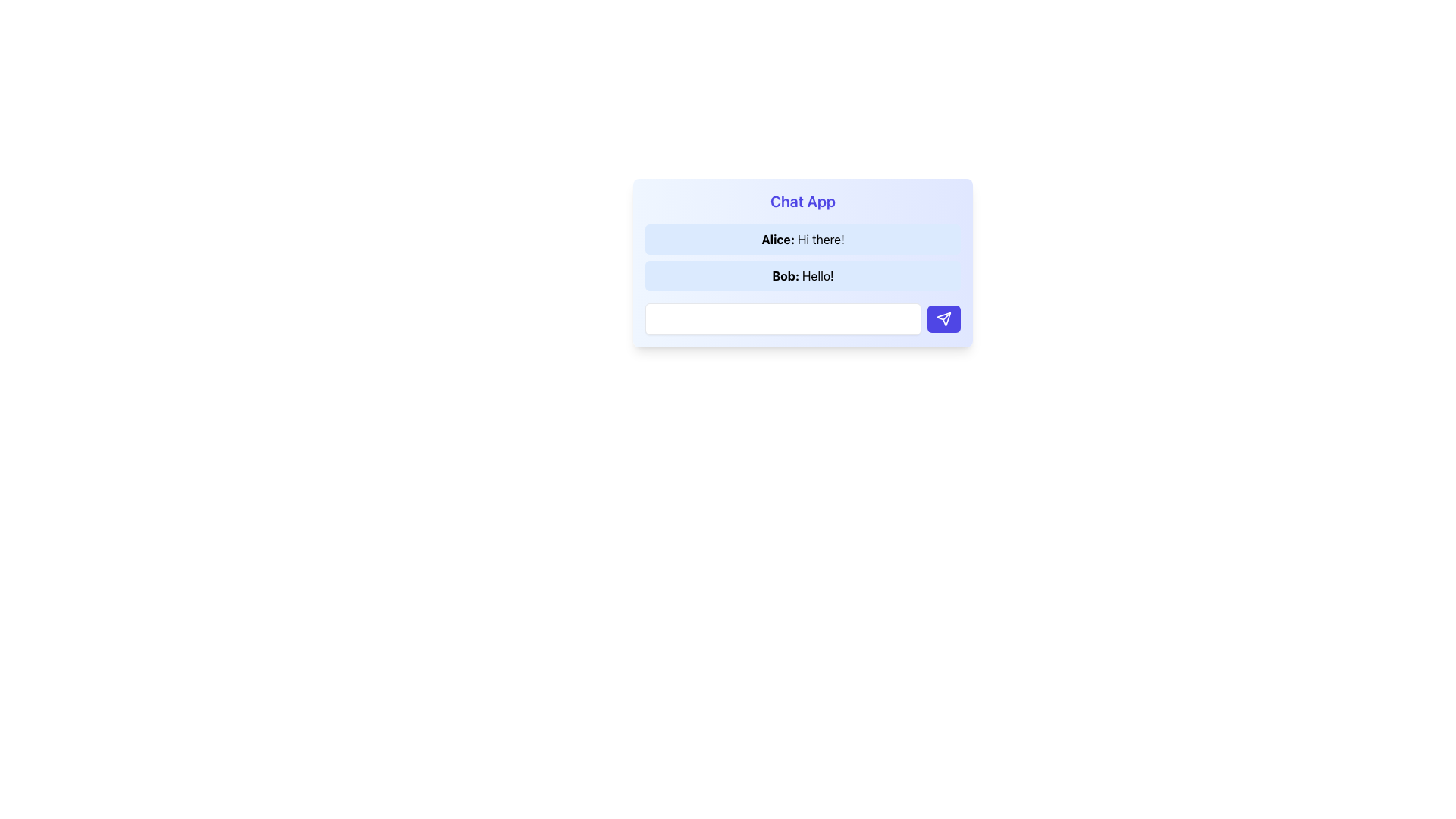 The width and height of the screenshot is (1456, 819). What do you see at coordinates (802, 275) in the screenshot?
I see `the chat bubble displaying a message from the user 'Bob'` at bounding box center [802, 275].